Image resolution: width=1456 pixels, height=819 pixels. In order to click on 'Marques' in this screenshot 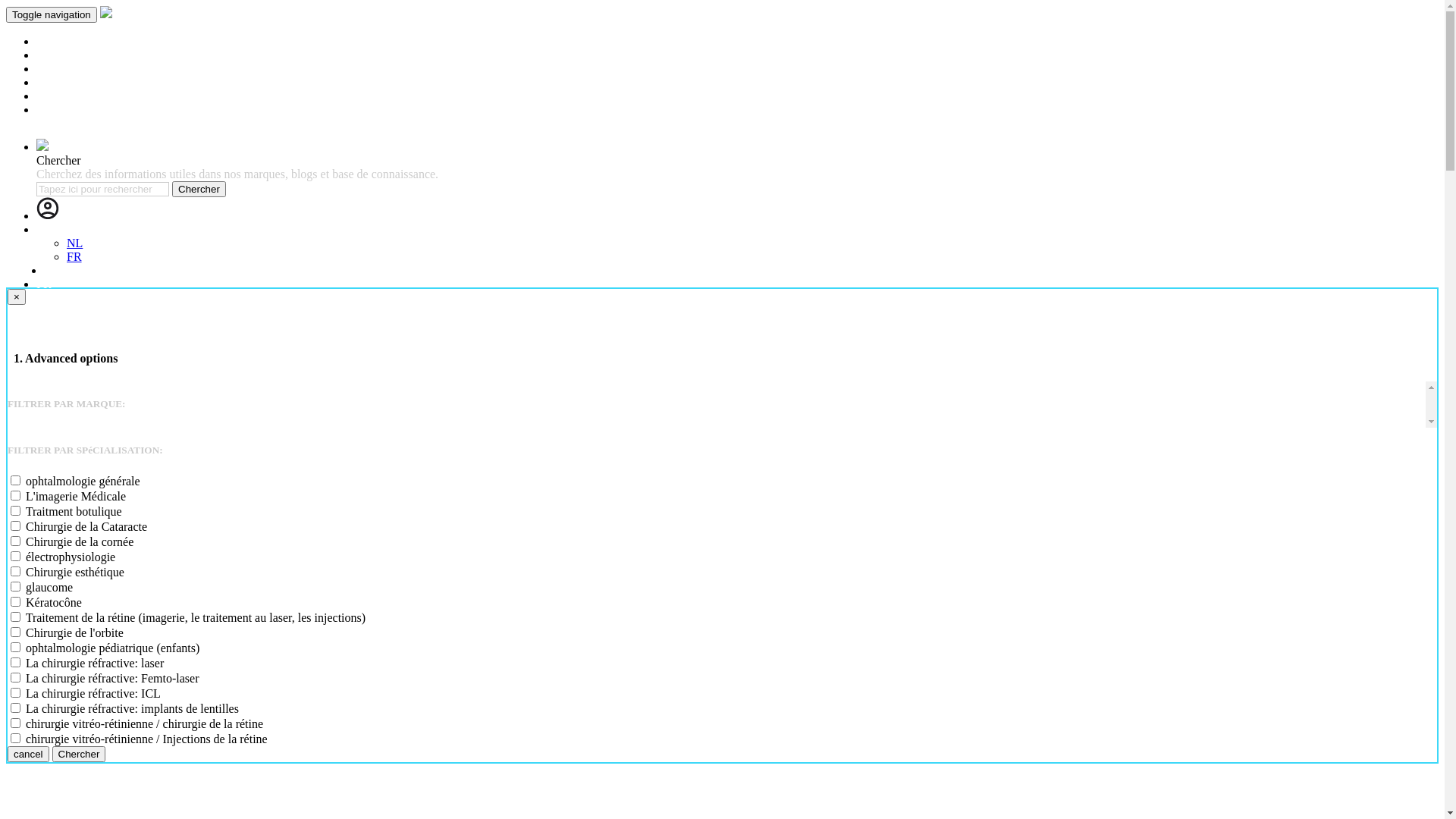, I will do `click(58, 54)`.